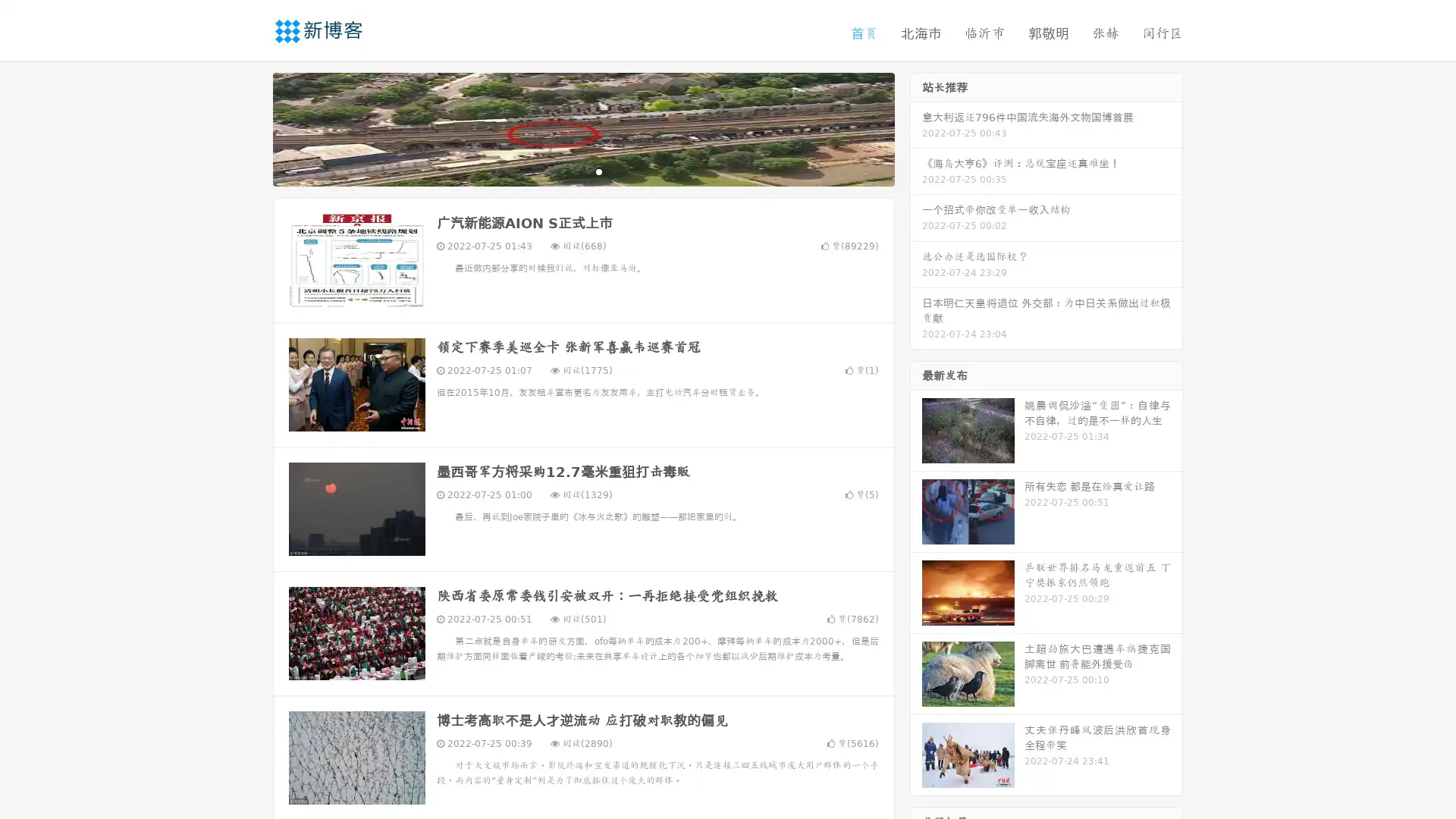  Describe the element at coordinates (567, 171) in the screenshot. I see `Go to slide 1` at that location.